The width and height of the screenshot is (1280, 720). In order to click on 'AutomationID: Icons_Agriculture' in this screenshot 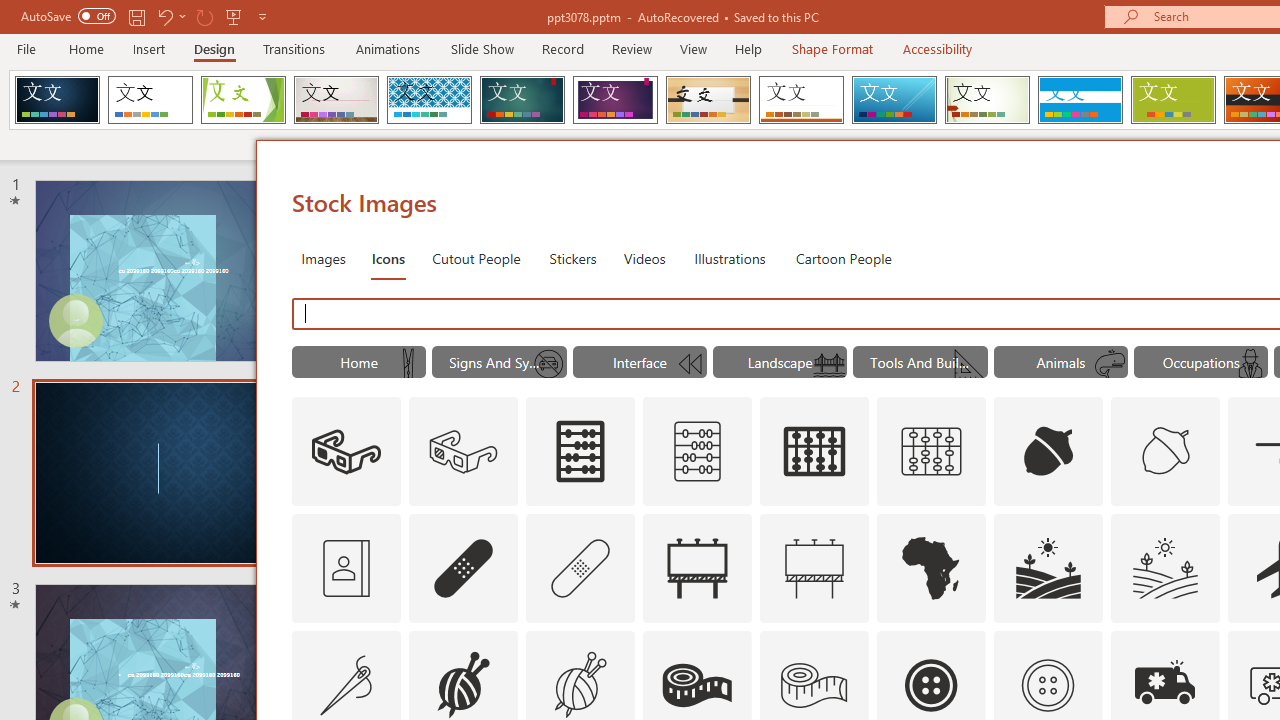, I will do `click(1047, 568)`.